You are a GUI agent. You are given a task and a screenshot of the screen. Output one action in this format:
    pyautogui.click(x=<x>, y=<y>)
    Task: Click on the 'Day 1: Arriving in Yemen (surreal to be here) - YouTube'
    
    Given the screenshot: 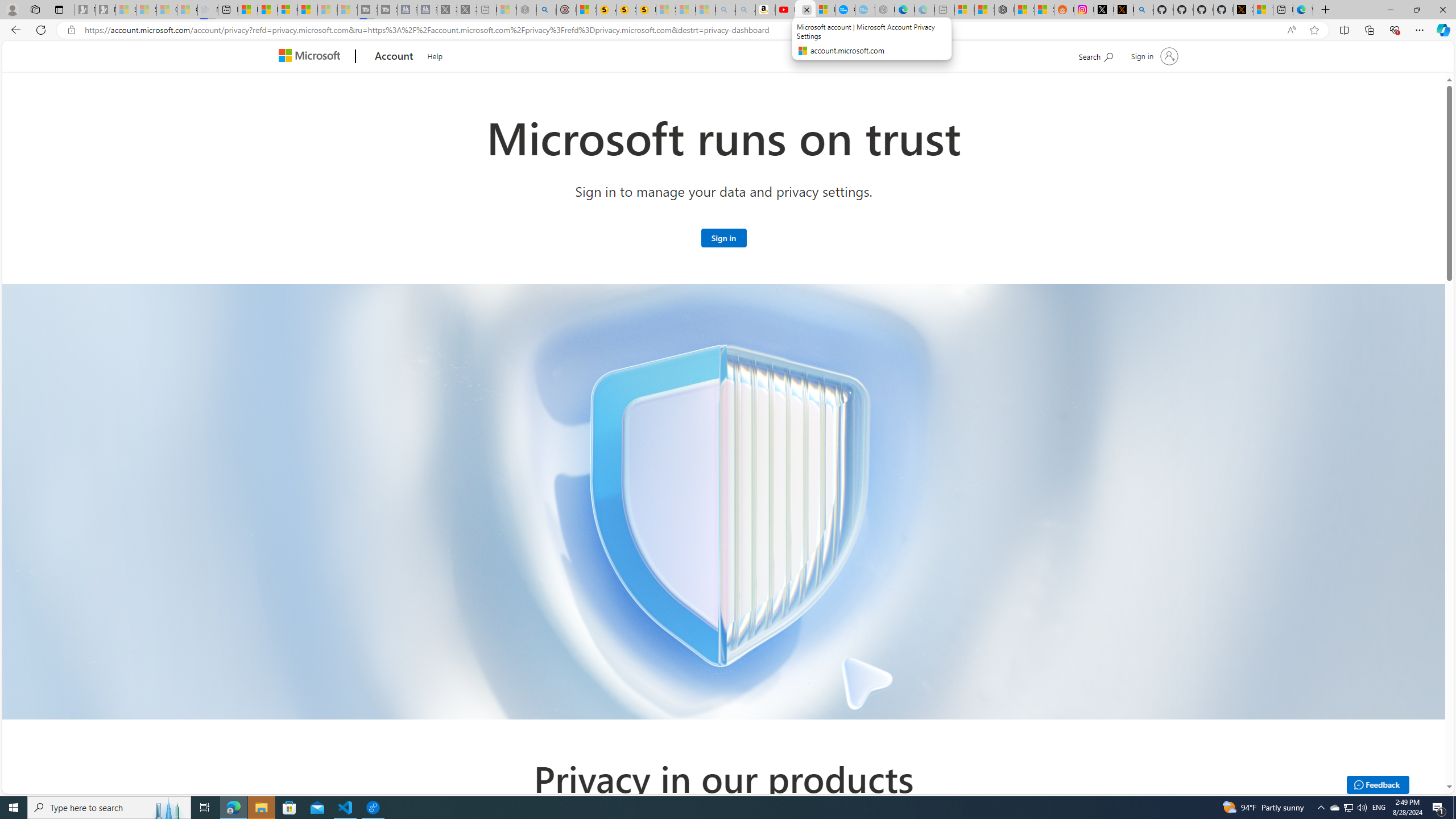 What is the action you would take?
    pyautogui.click(x=785, y=9)
    